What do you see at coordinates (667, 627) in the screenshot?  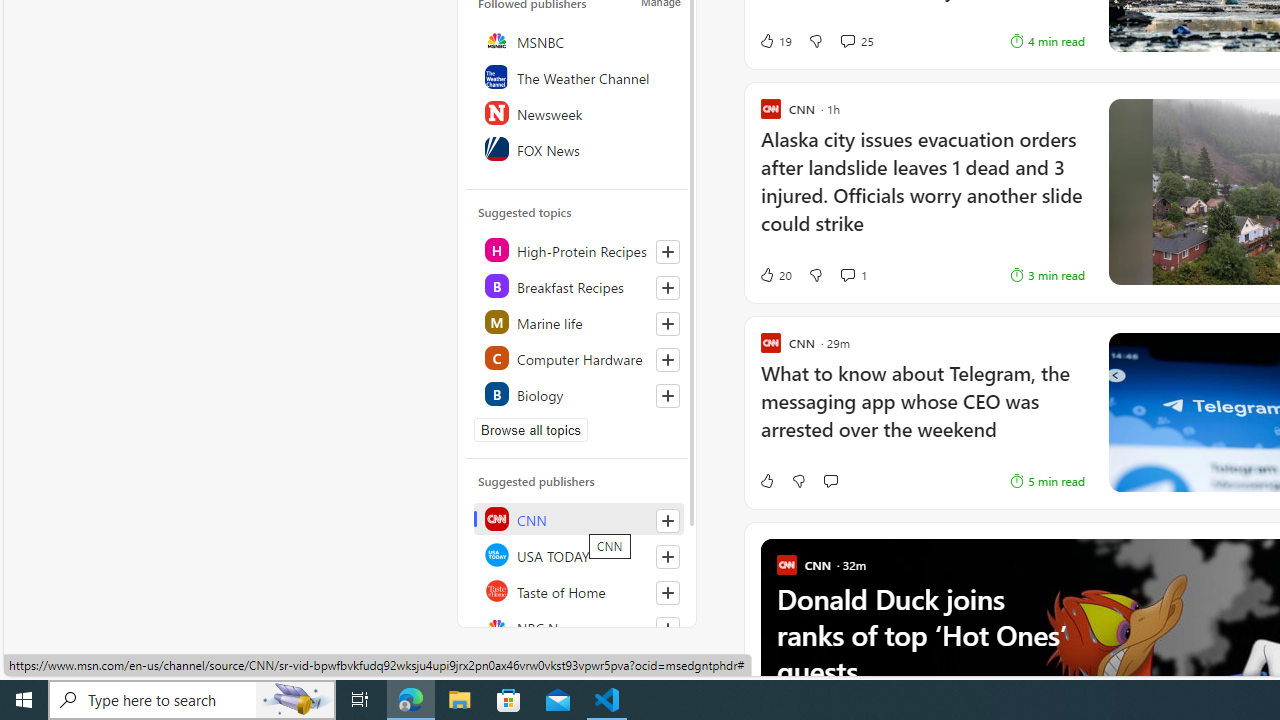 I see `'Follow this source'` at bounding box center [667, 627].